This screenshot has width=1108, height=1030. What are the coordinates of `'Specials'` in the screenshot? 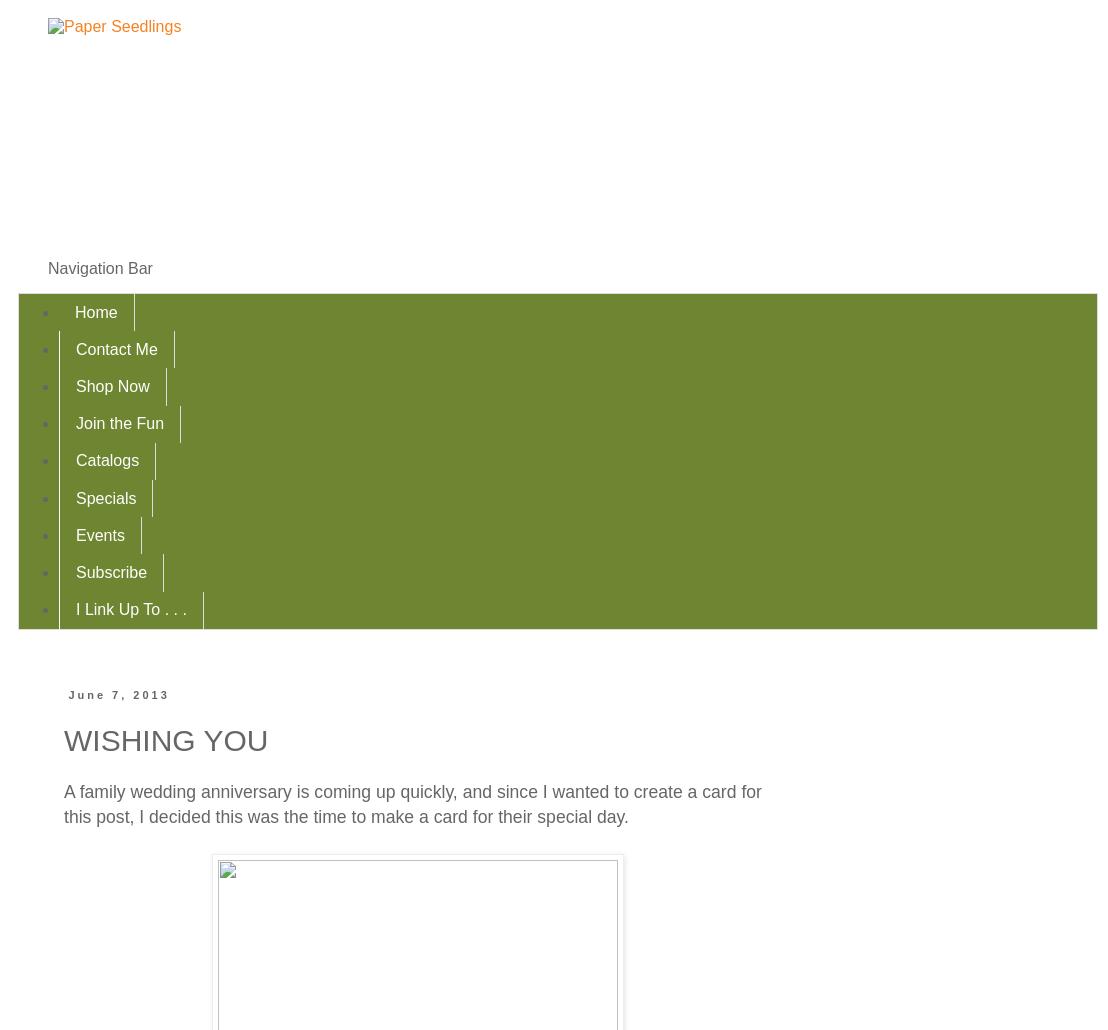 It's located at (106, 496).